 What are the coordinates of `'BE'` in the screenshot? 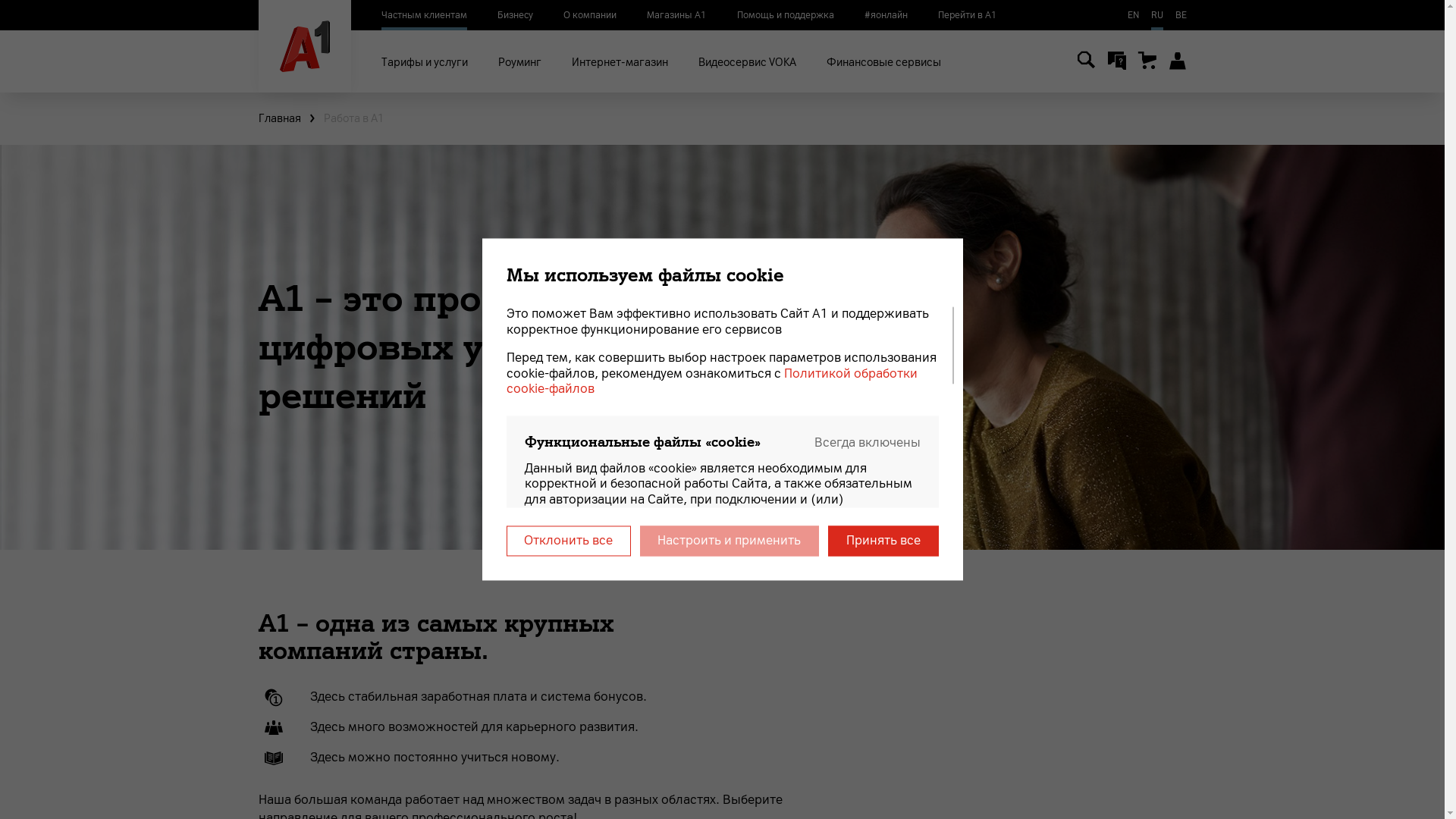 It's located at (1180, 14).